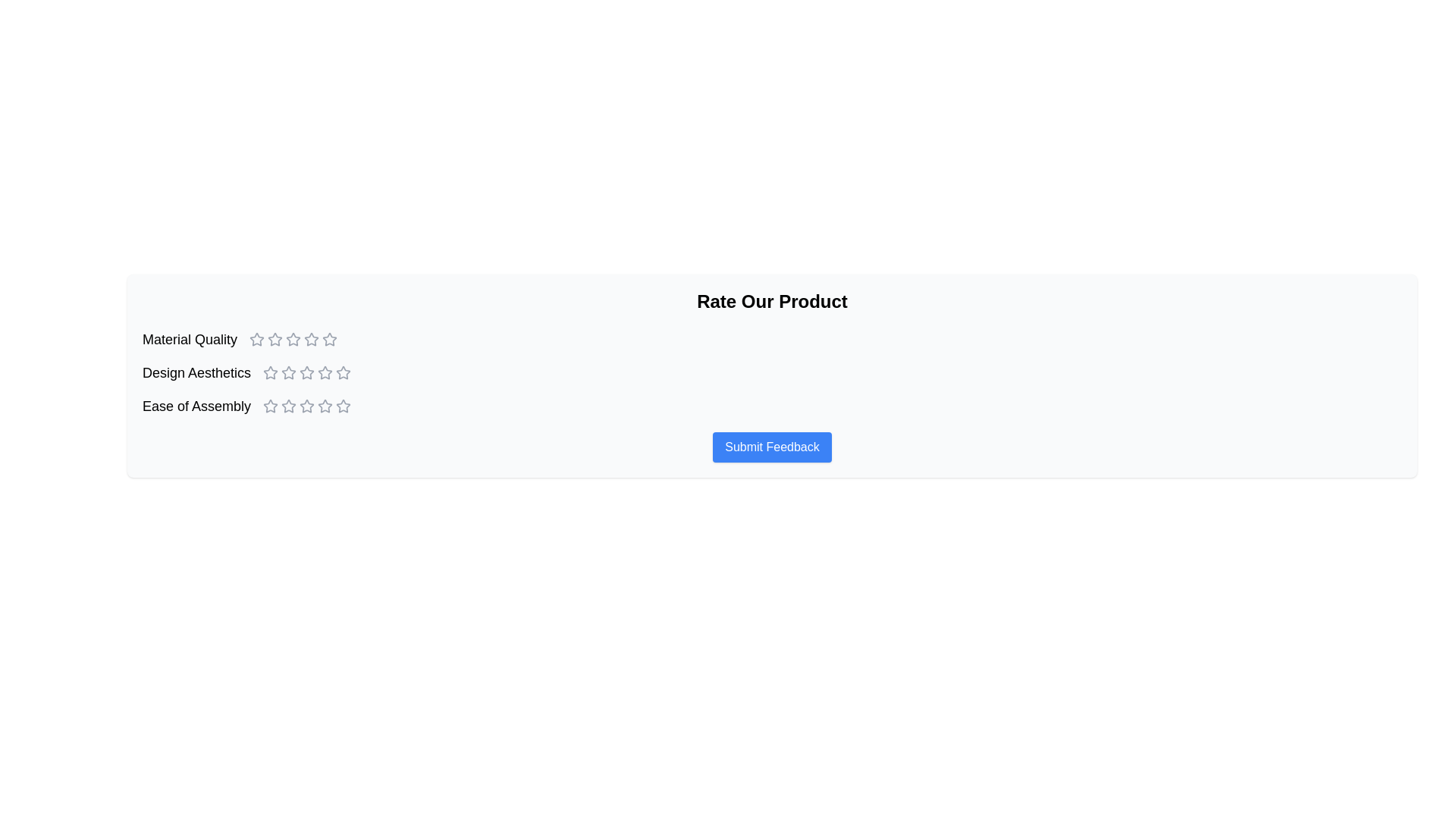 The width and height of the screenshot is (1456, 819). What do you see at coordinates (306, 373) in the screenshot?
I see `the fourth rating star` at bounding box center [306, 373].